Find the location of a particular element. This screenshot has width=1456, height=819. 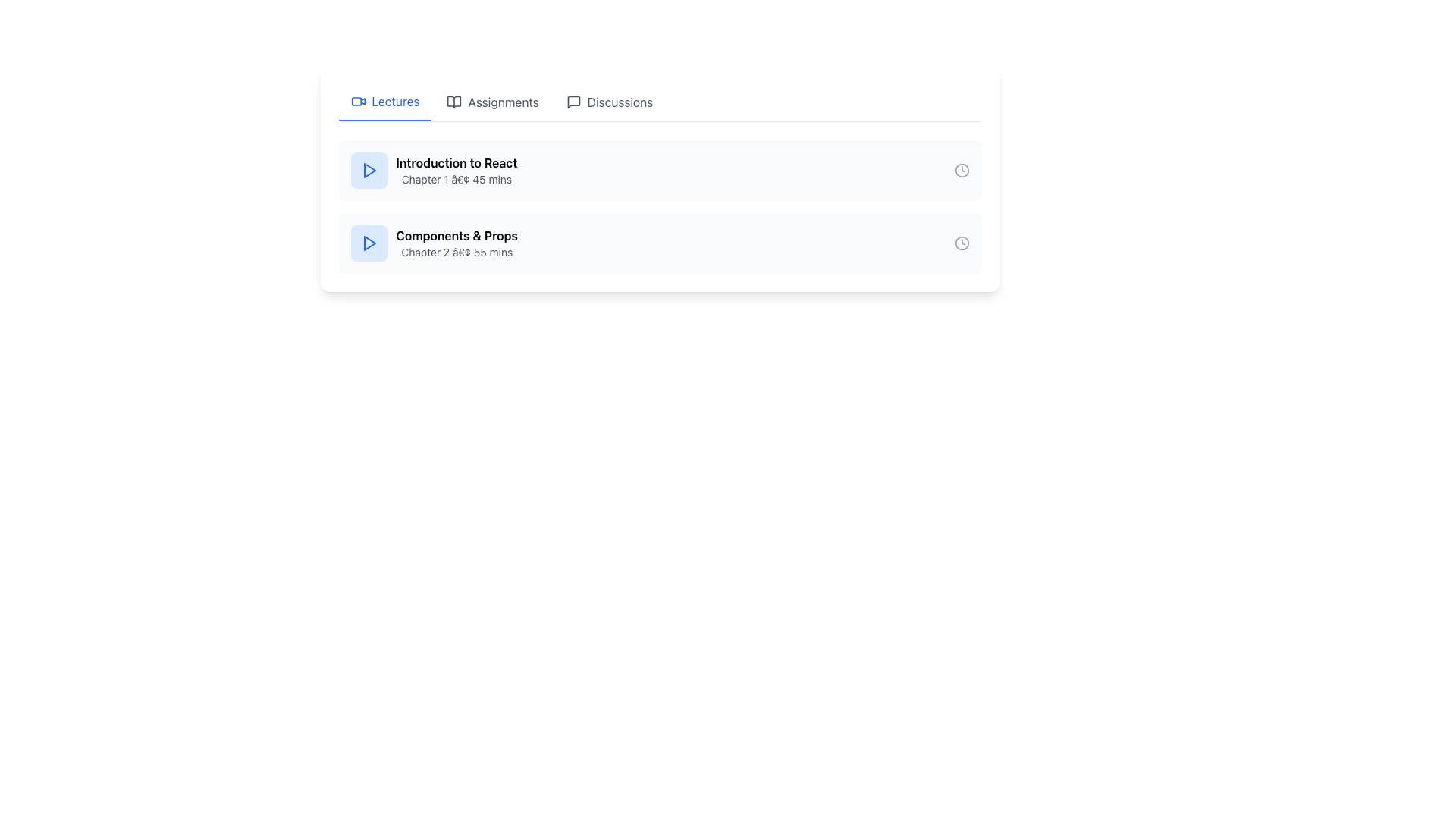

the 'Lectures' tab, which is the first tab in the navigation bar is located at coordinates (385, 102).